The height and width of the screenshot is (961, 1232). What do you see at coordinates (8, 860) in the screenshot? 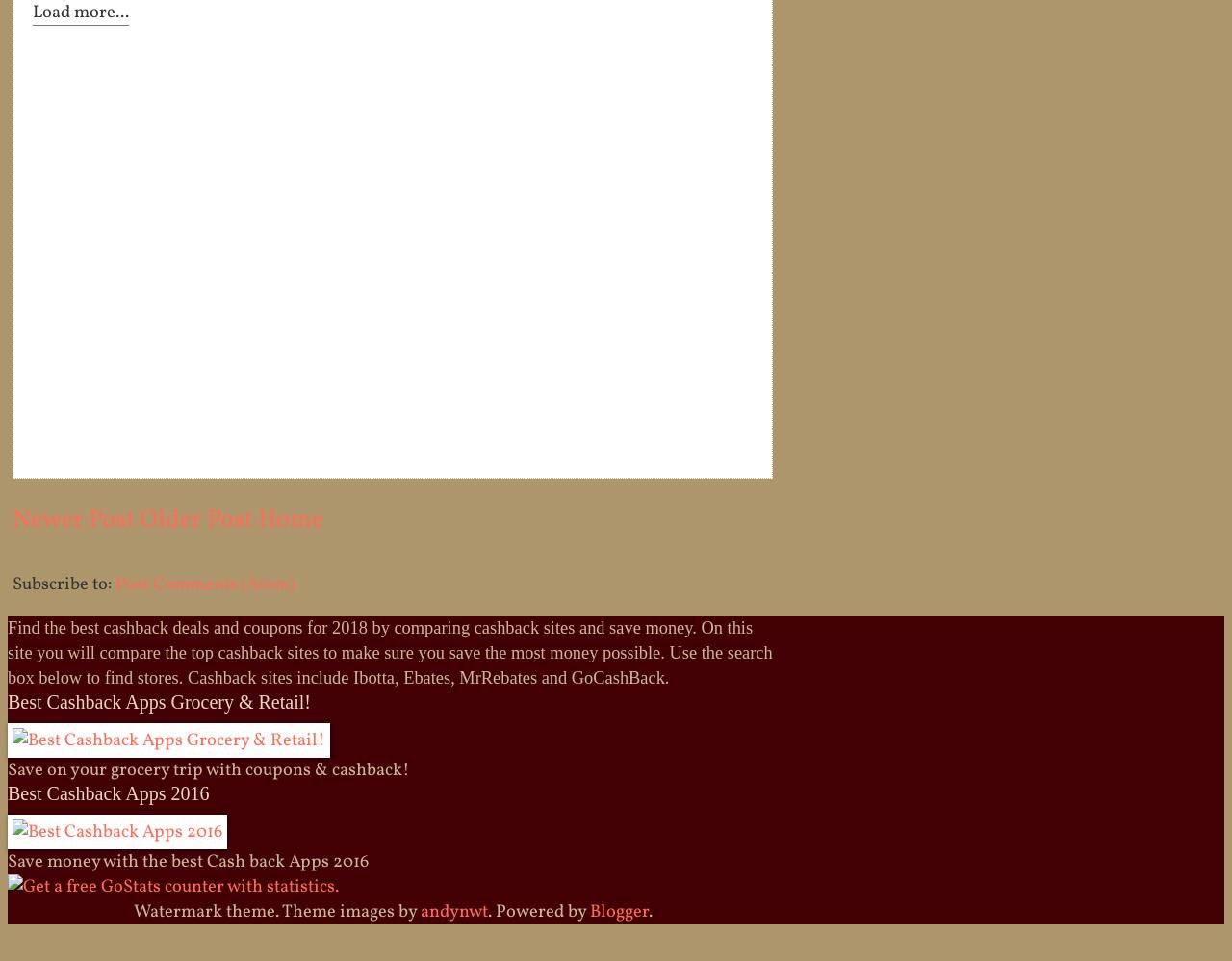
I see `'Save money with the best Cash back Apps 2016'` at bounding box center [8, 860].